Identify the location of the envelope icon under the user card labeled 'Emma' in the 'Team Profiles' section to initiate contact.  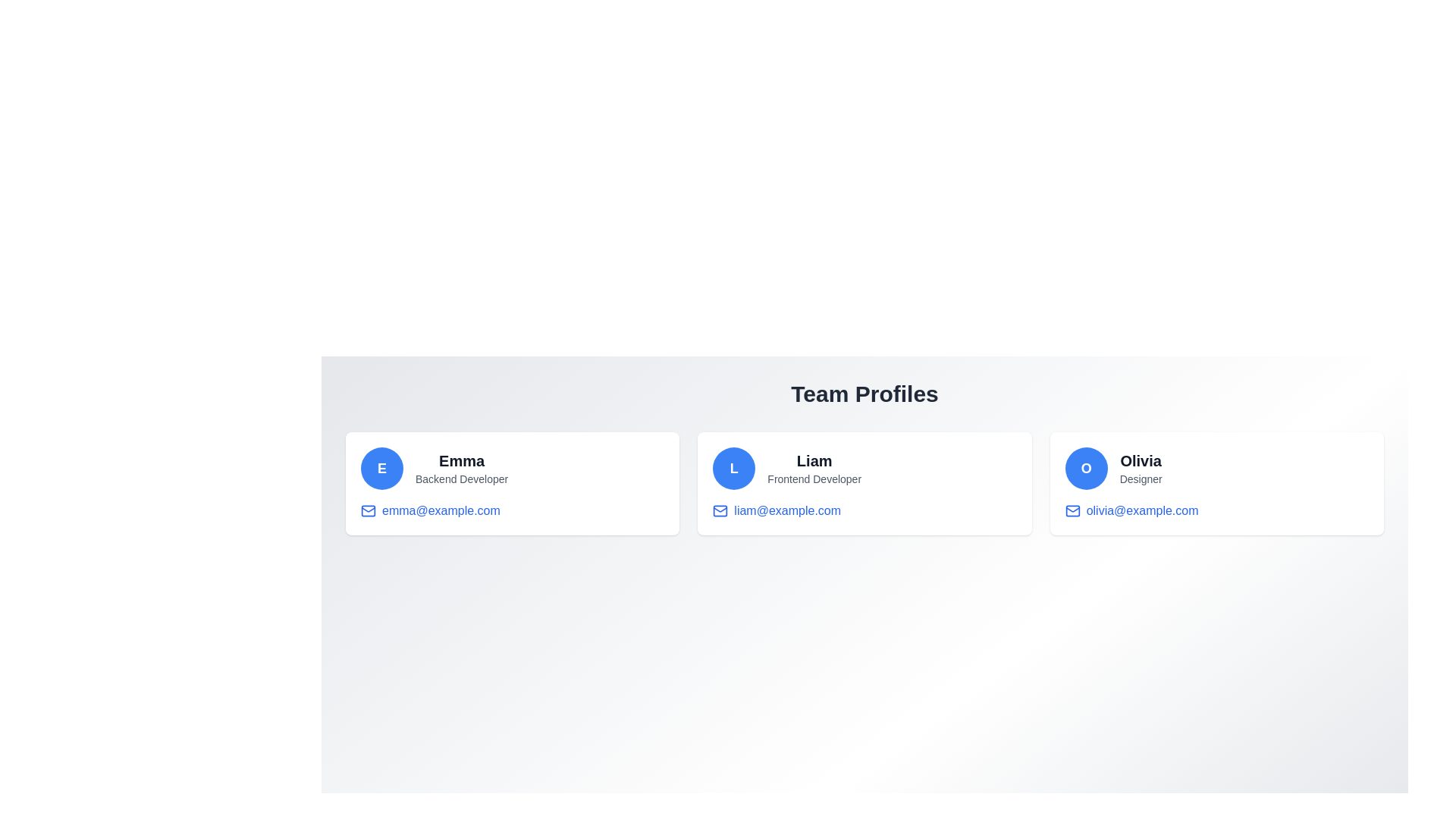
(368, 511).